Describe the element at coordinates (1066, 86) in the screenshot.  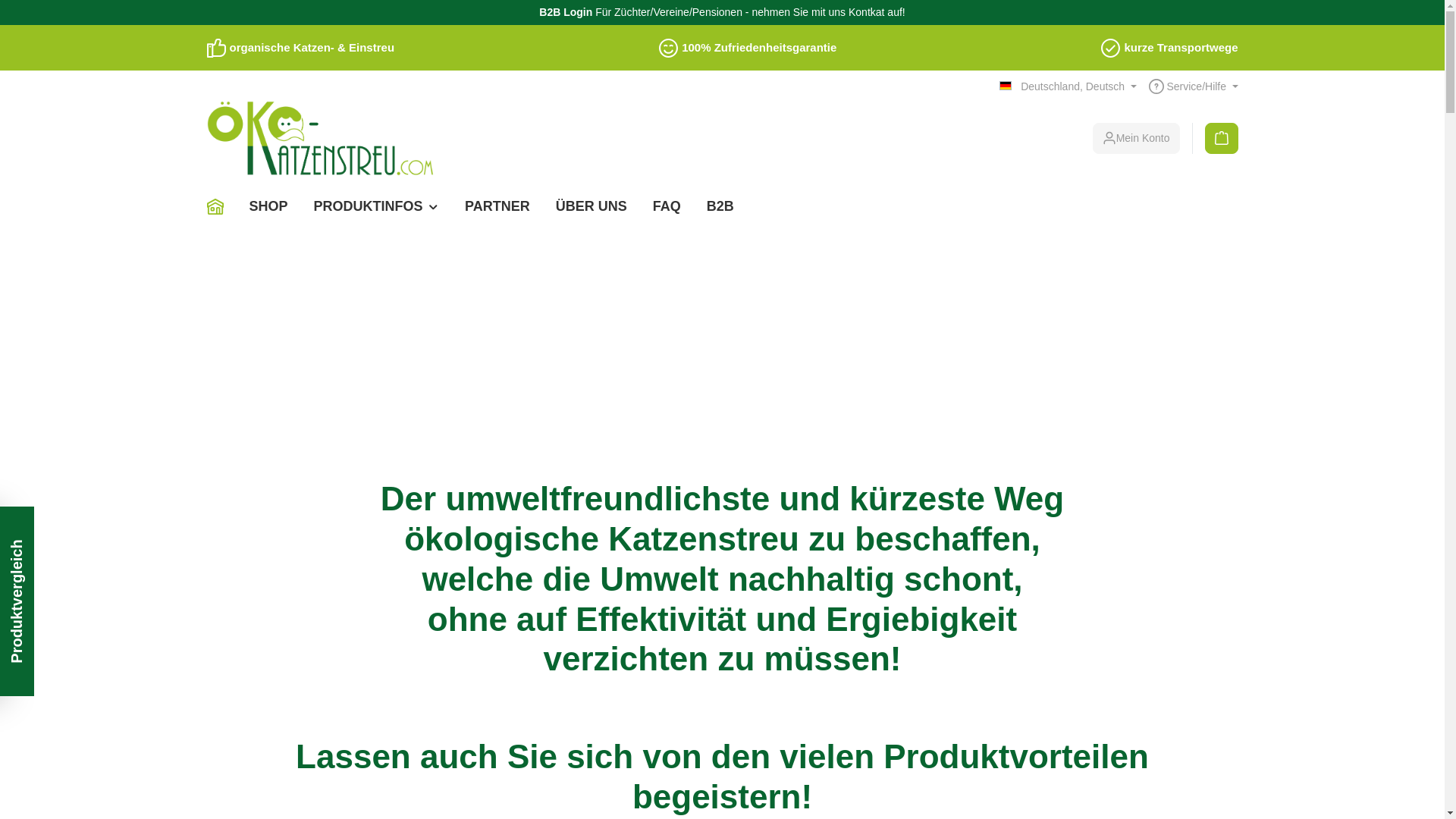
I see `'Deutschland, Deutsch'` at that location.